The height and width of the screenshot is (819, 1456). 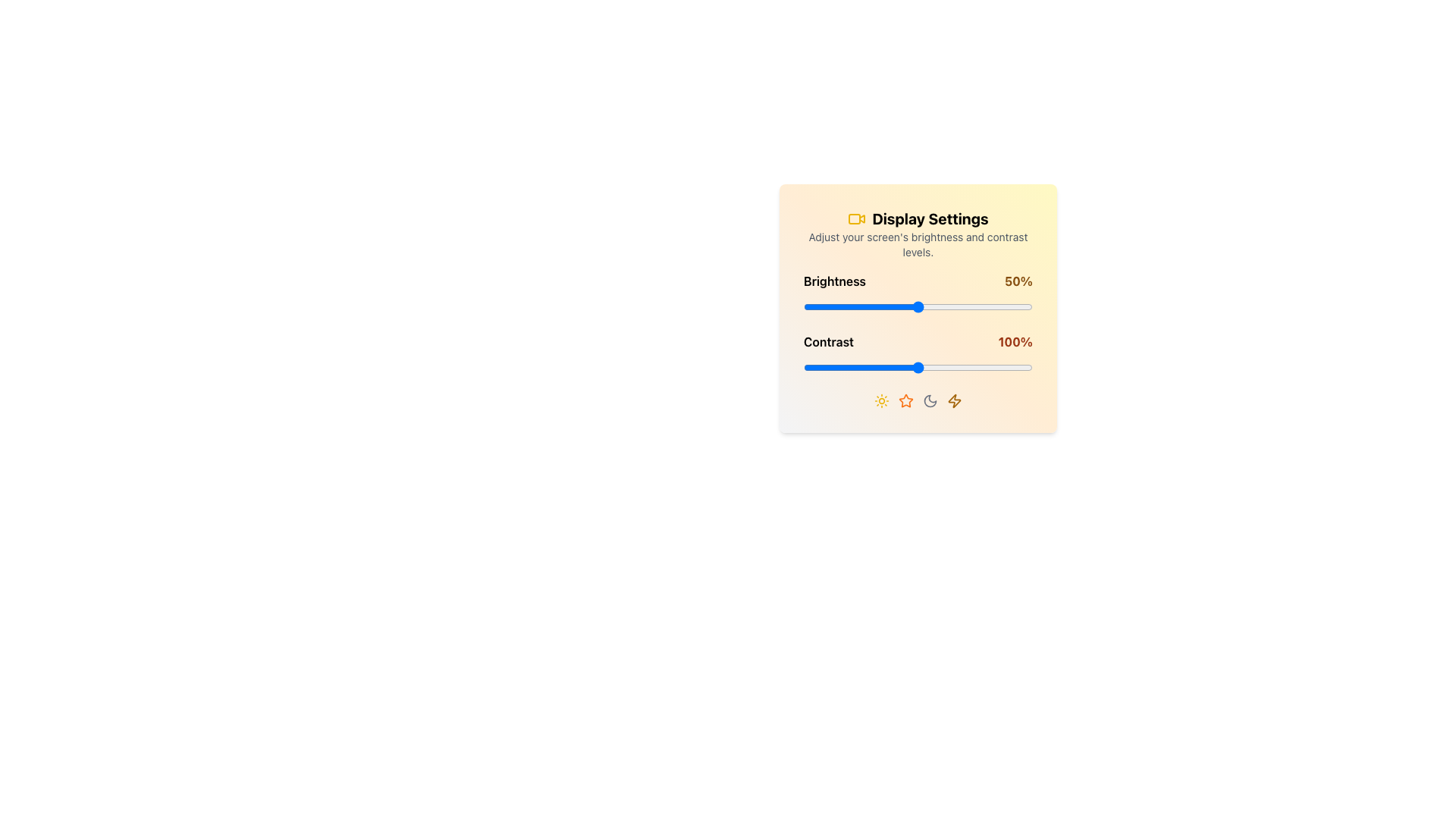 What do you see at coordinates (843, 368) in the screenshot?
I see `contrast` at bounding box center [843, 368].